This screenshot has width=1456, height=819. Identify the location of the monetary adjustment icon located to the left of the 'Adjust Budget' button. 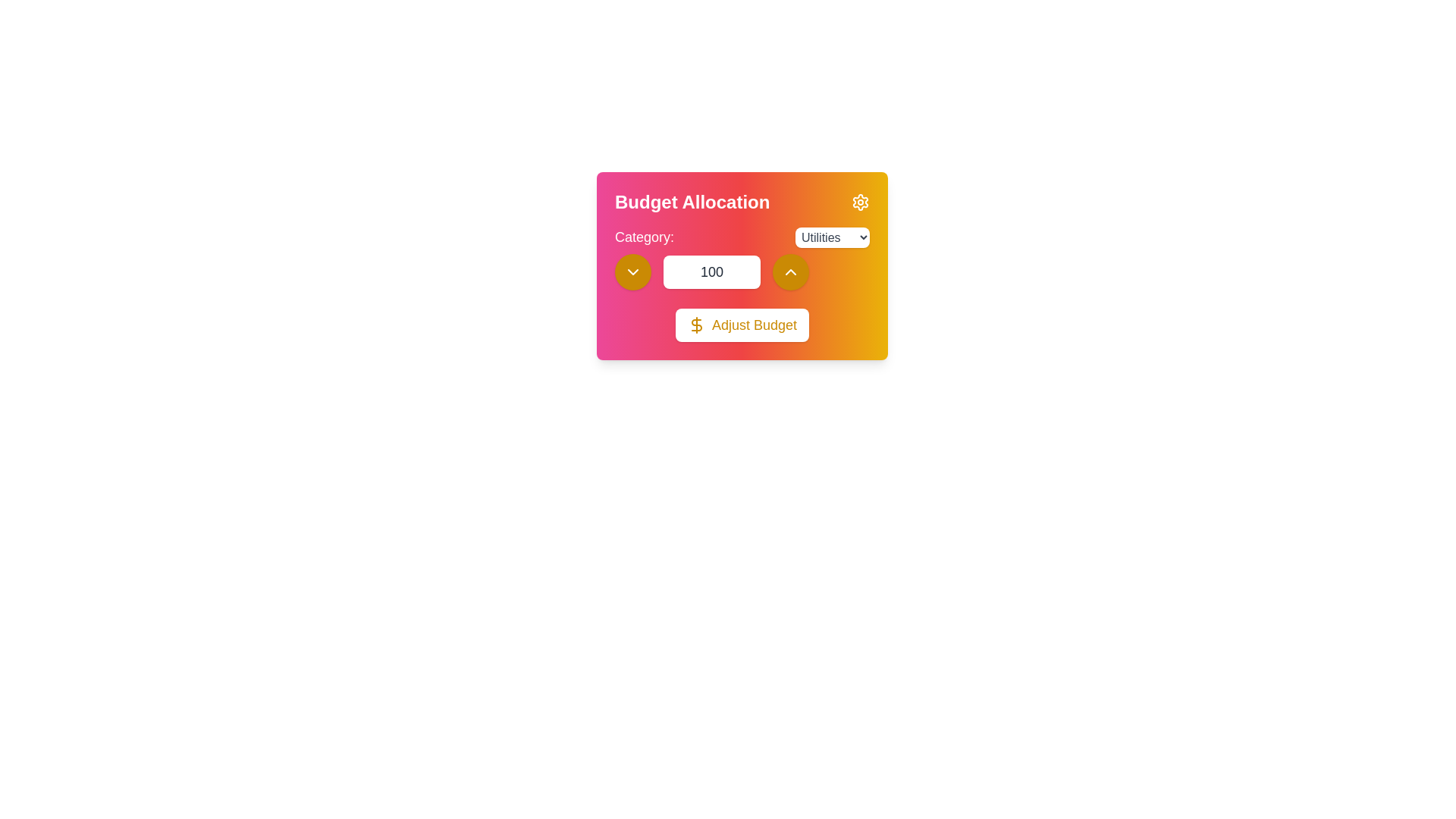
(695, 324).